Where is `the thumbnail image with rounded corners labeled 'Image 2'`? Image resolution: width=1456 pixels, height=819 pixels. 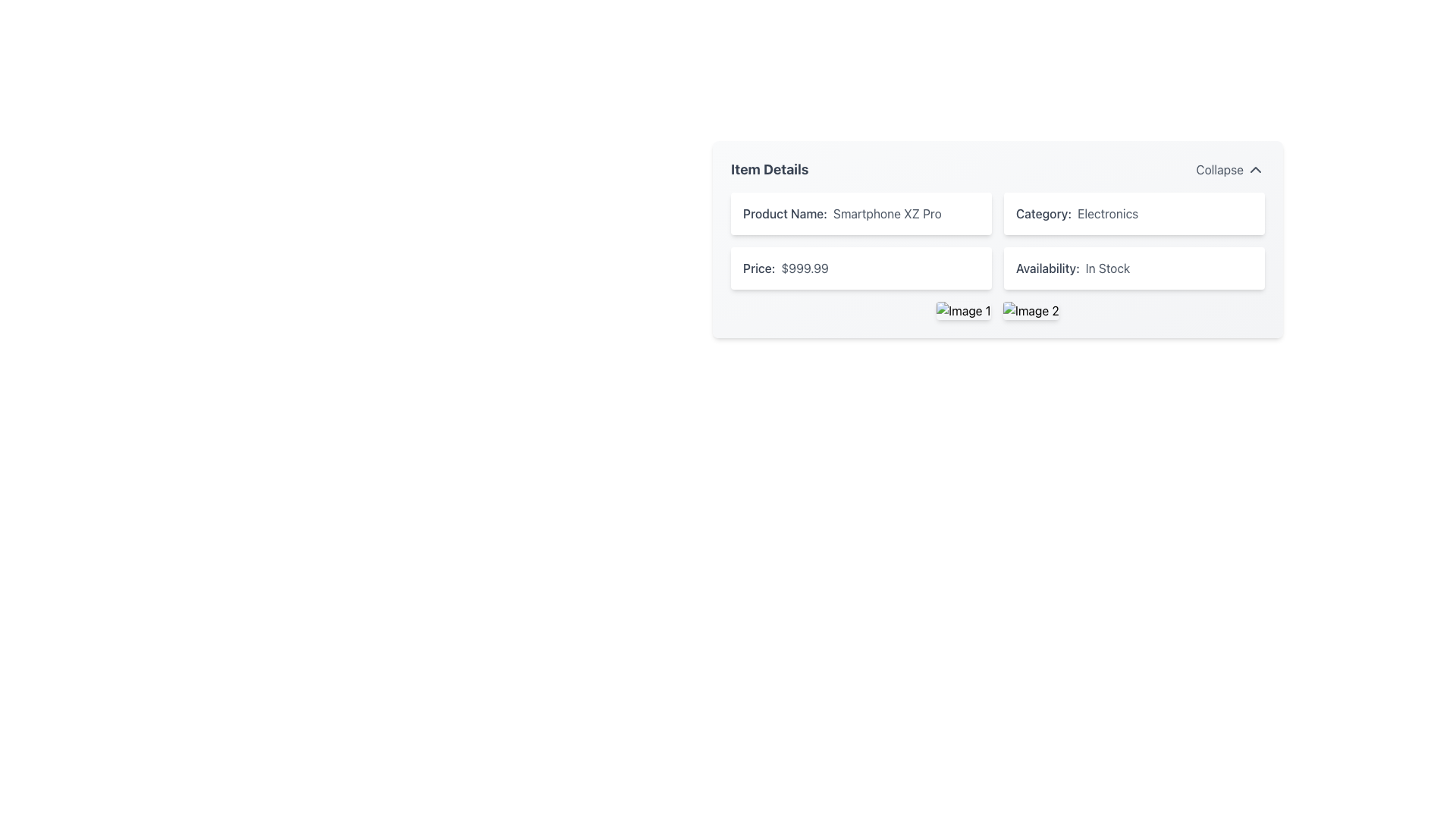
the thumbnail image with rounded corners labeled 'Image 2' is located at coordinates (1030, 309).